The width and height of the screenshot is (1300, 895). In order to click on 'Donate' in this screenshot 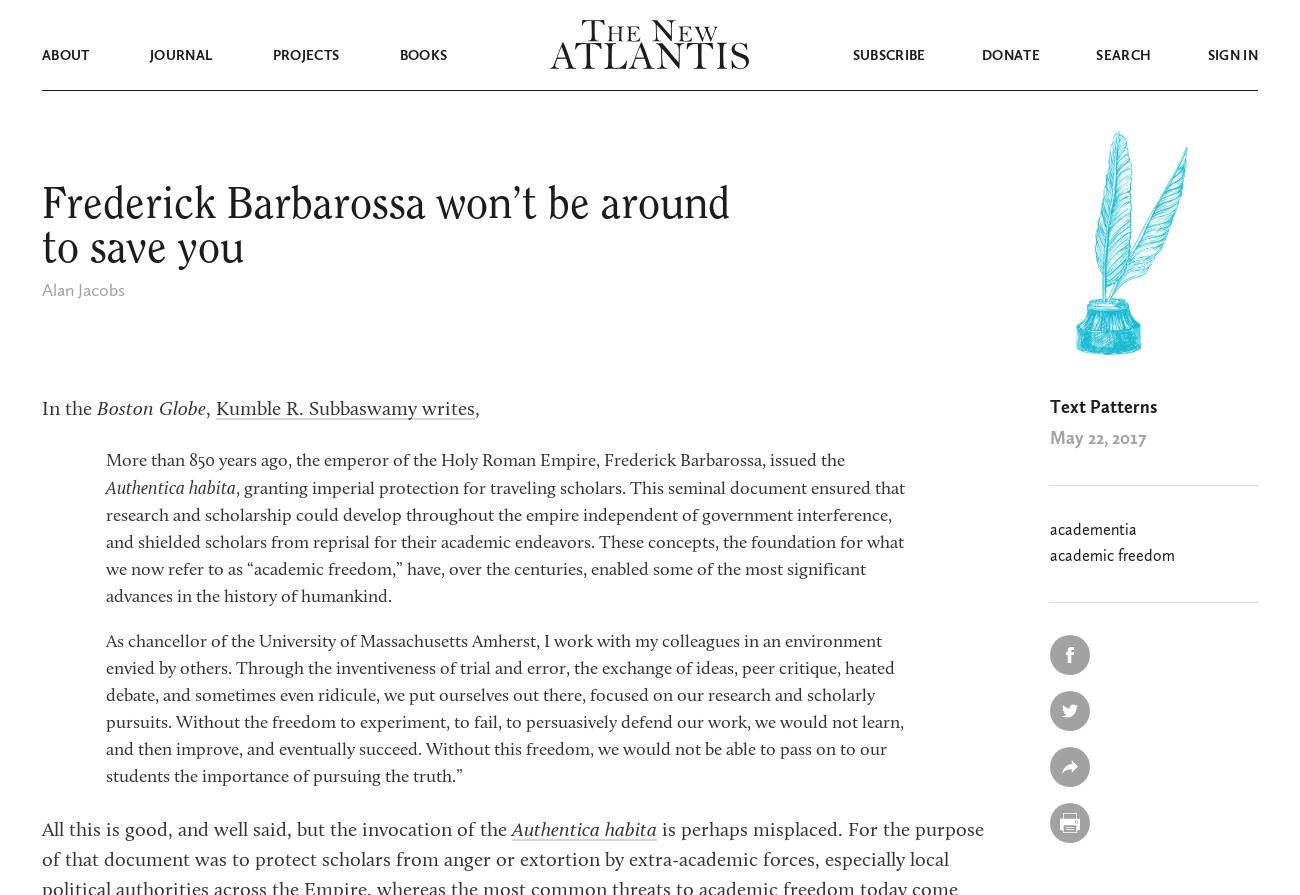, I will do `click(1009, 55)`.